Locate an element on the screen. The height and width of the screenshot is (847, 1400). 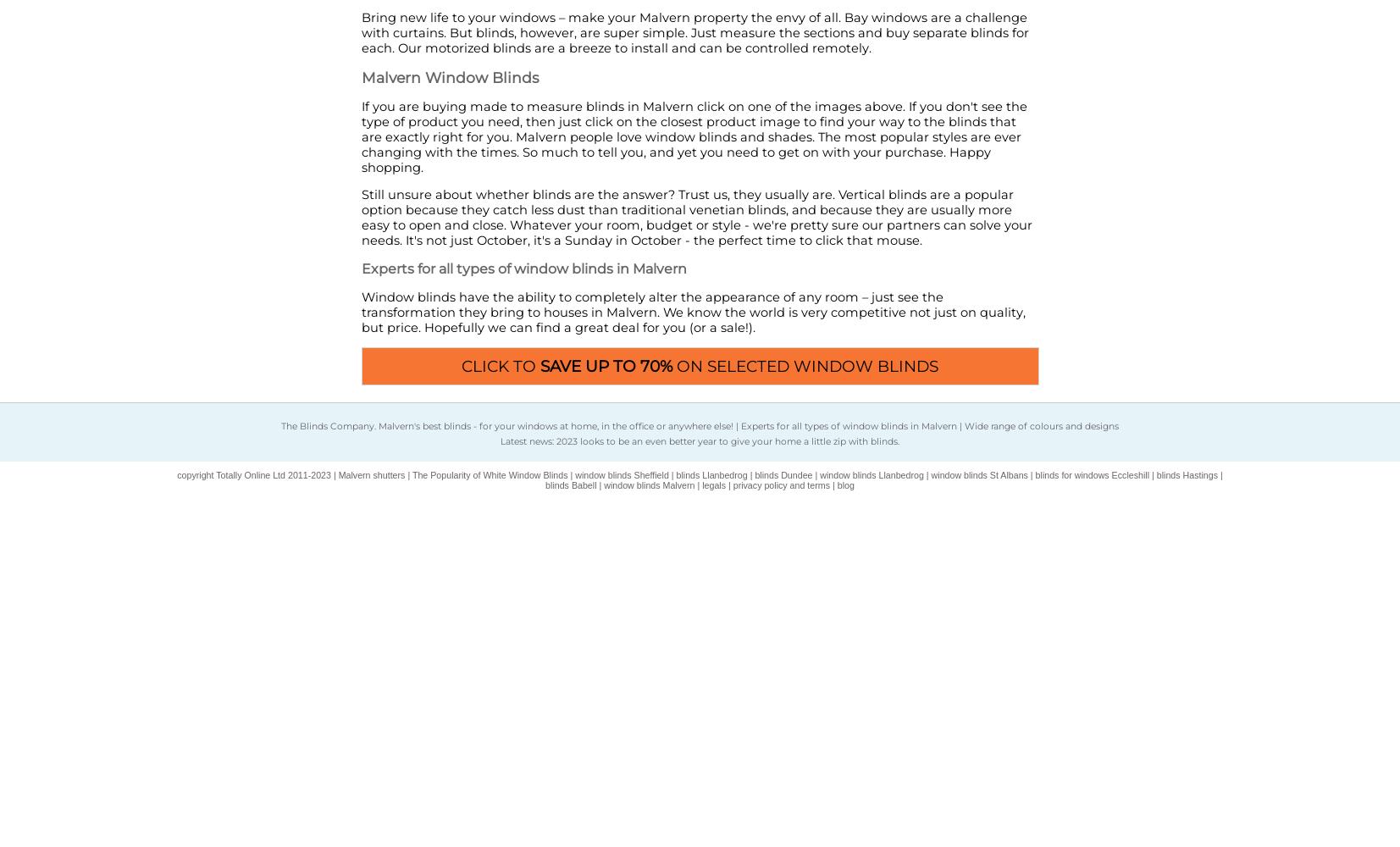
'Malvern shutters' is located at coordinates (370, 475).